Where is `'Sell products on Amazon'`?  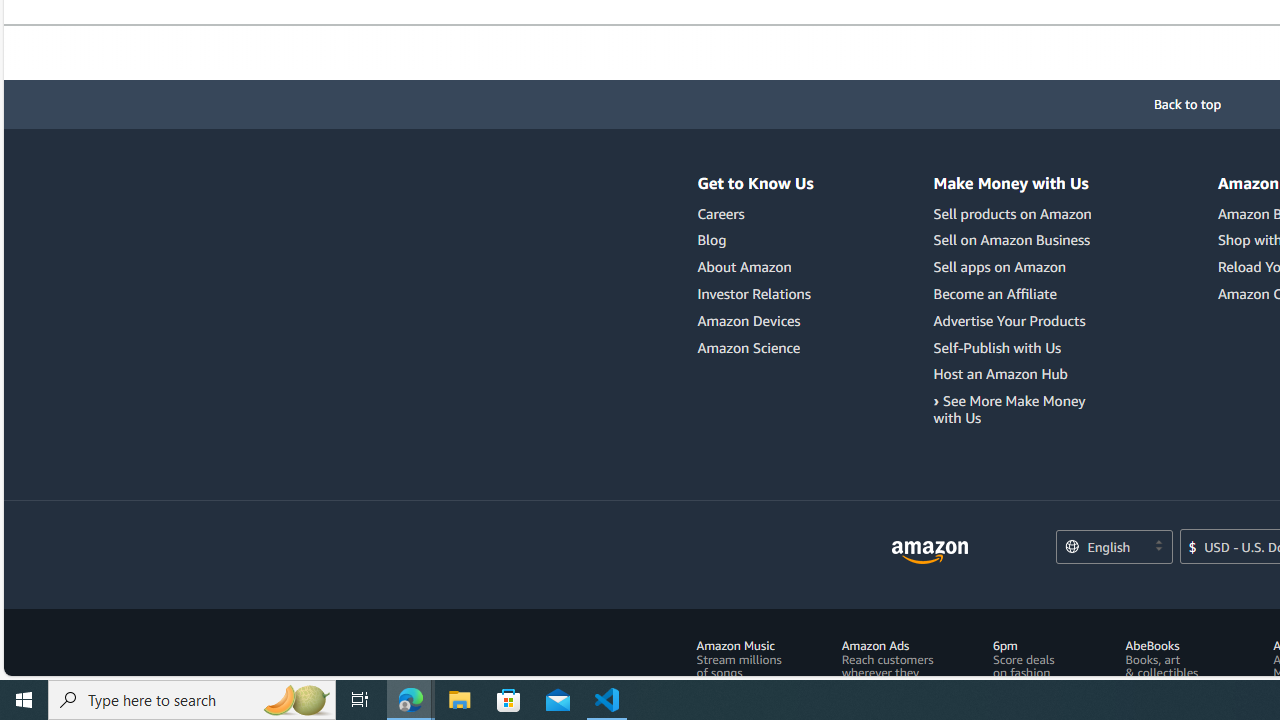
'Sell products on Amazon' is located at coordinates (1015, 214).